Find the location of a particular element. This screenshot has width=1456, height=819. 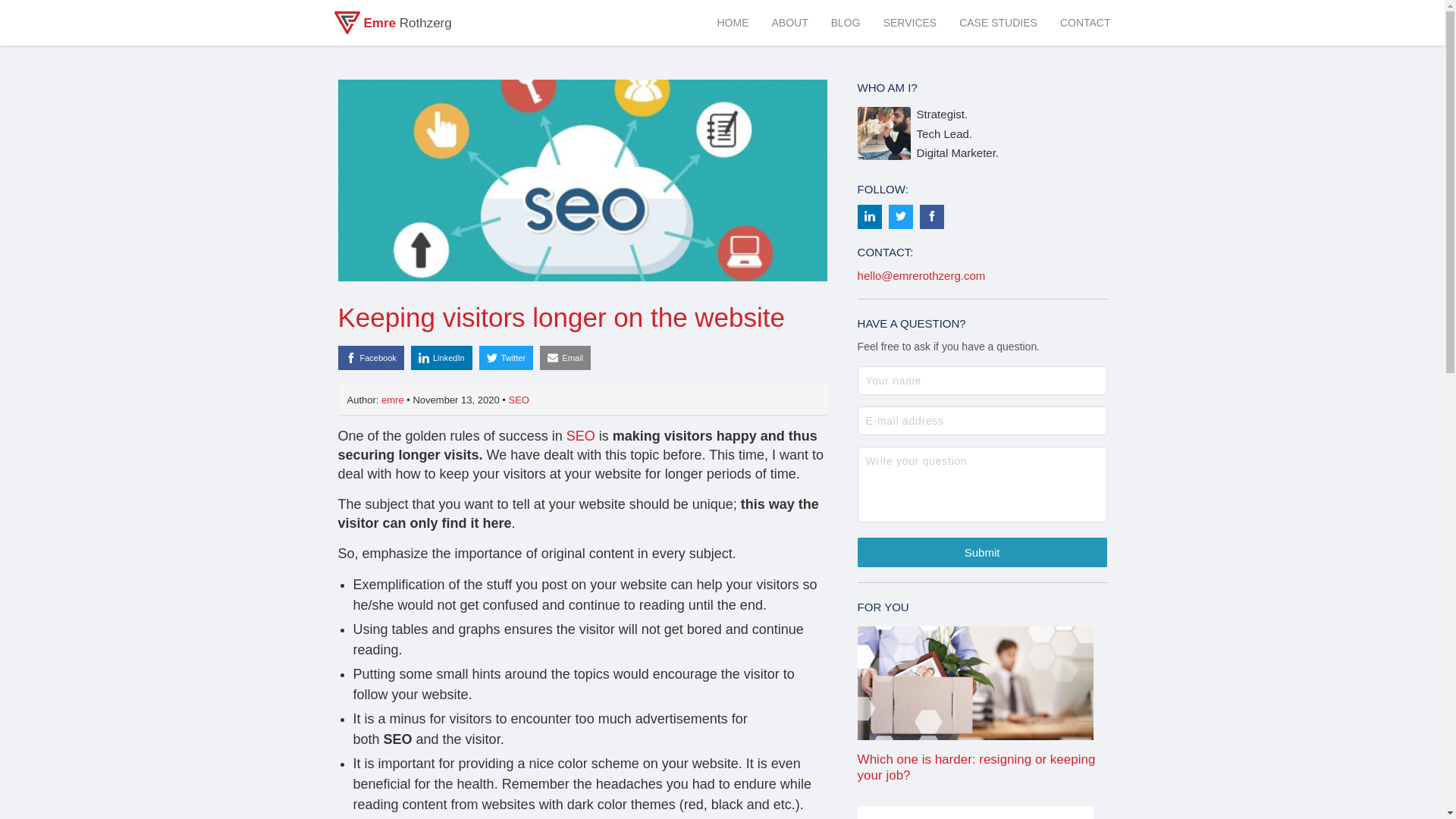

'LinkedIn' is located at coordinates (441, 357).